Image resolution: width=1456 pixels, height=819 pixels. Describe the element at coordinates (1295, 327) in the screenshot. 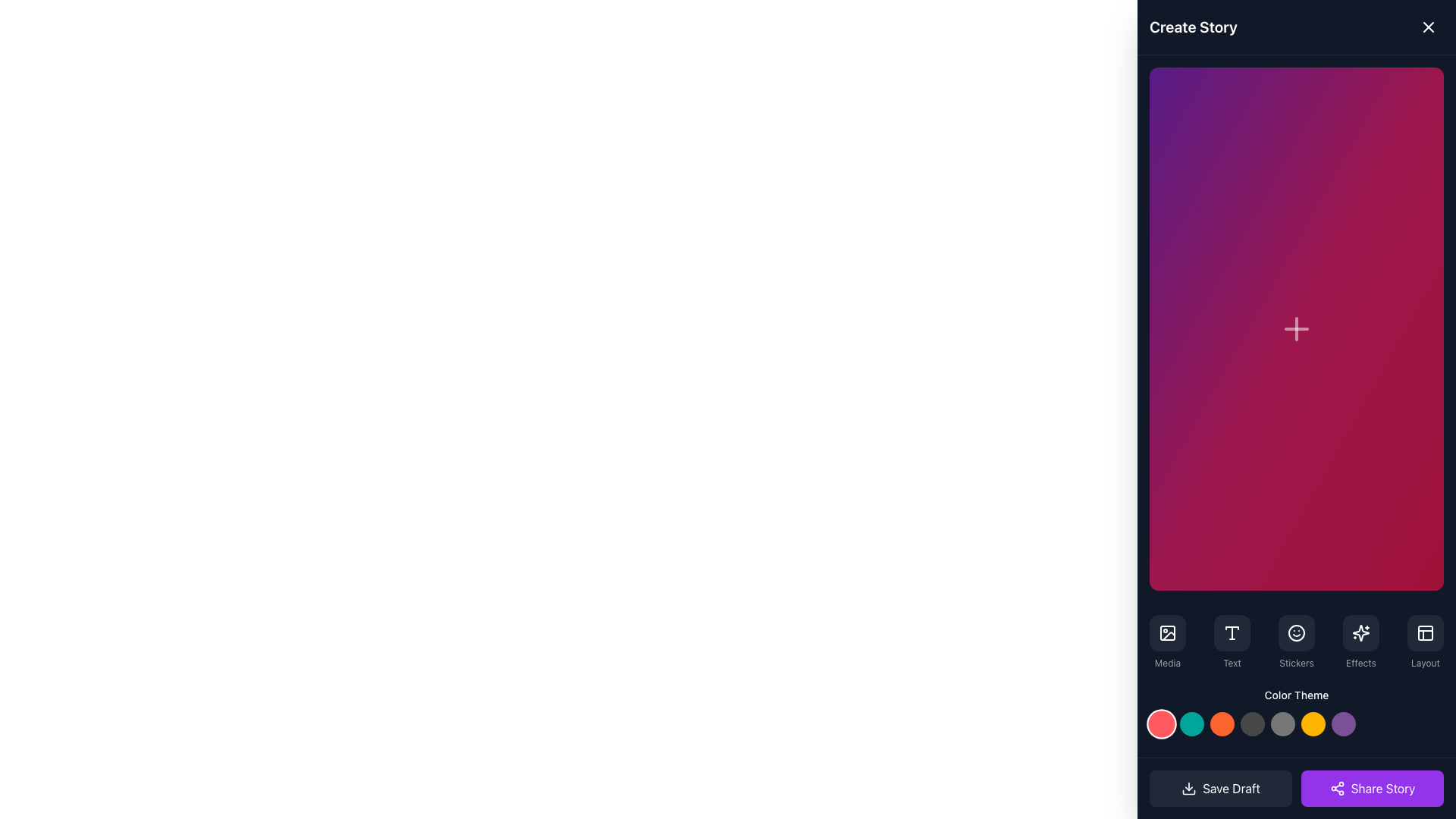

I see `the Plus icon button, which is centrally located in the main interface and is visually distinct with a gradient background` at that location.